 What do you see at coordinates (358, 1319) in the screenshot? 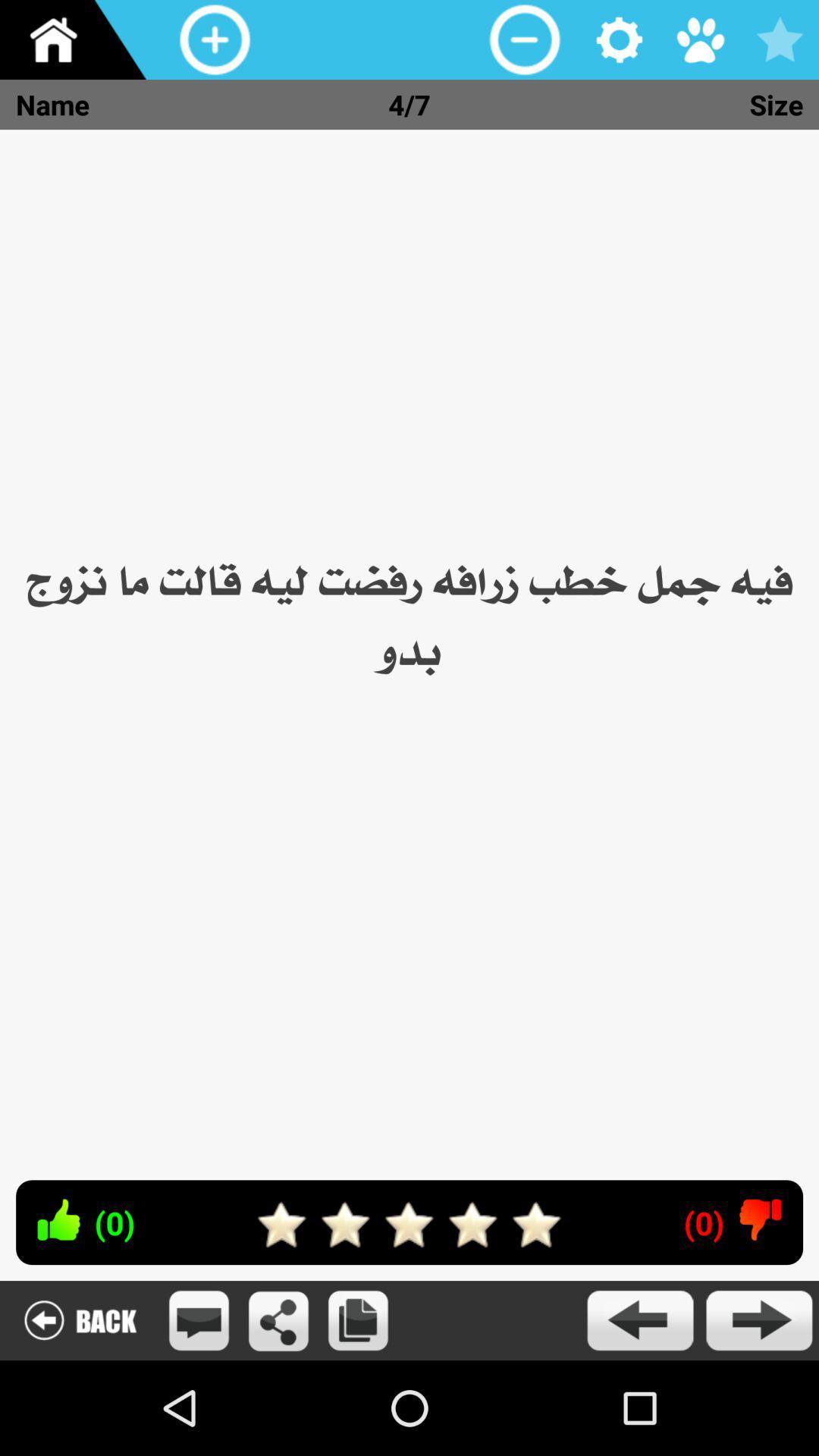
I see `copy image` at bounding box center [358, 1319].